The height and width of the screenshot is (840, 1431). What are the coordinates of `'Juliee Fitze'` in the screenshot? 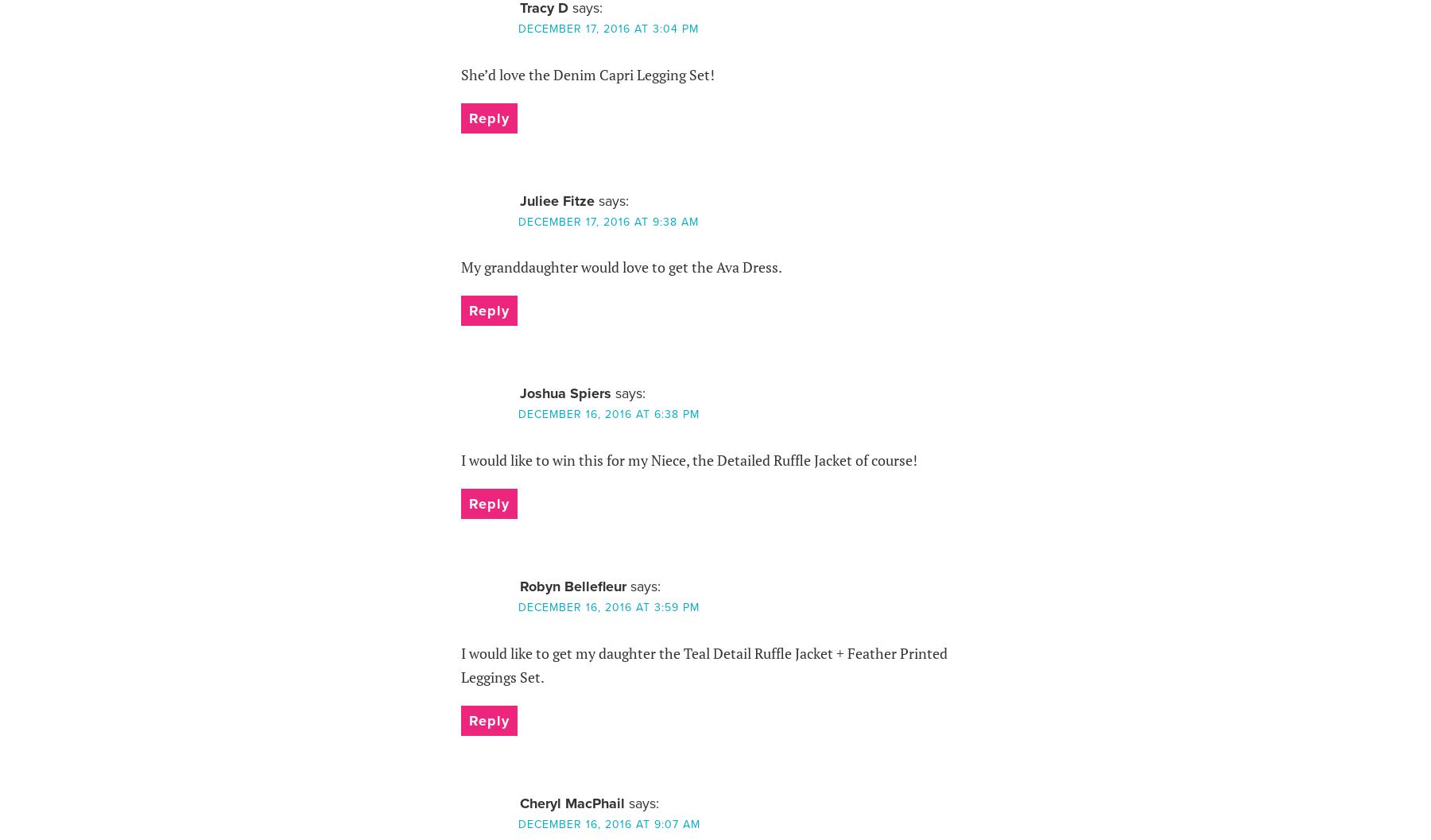 It's located at (556, 199).